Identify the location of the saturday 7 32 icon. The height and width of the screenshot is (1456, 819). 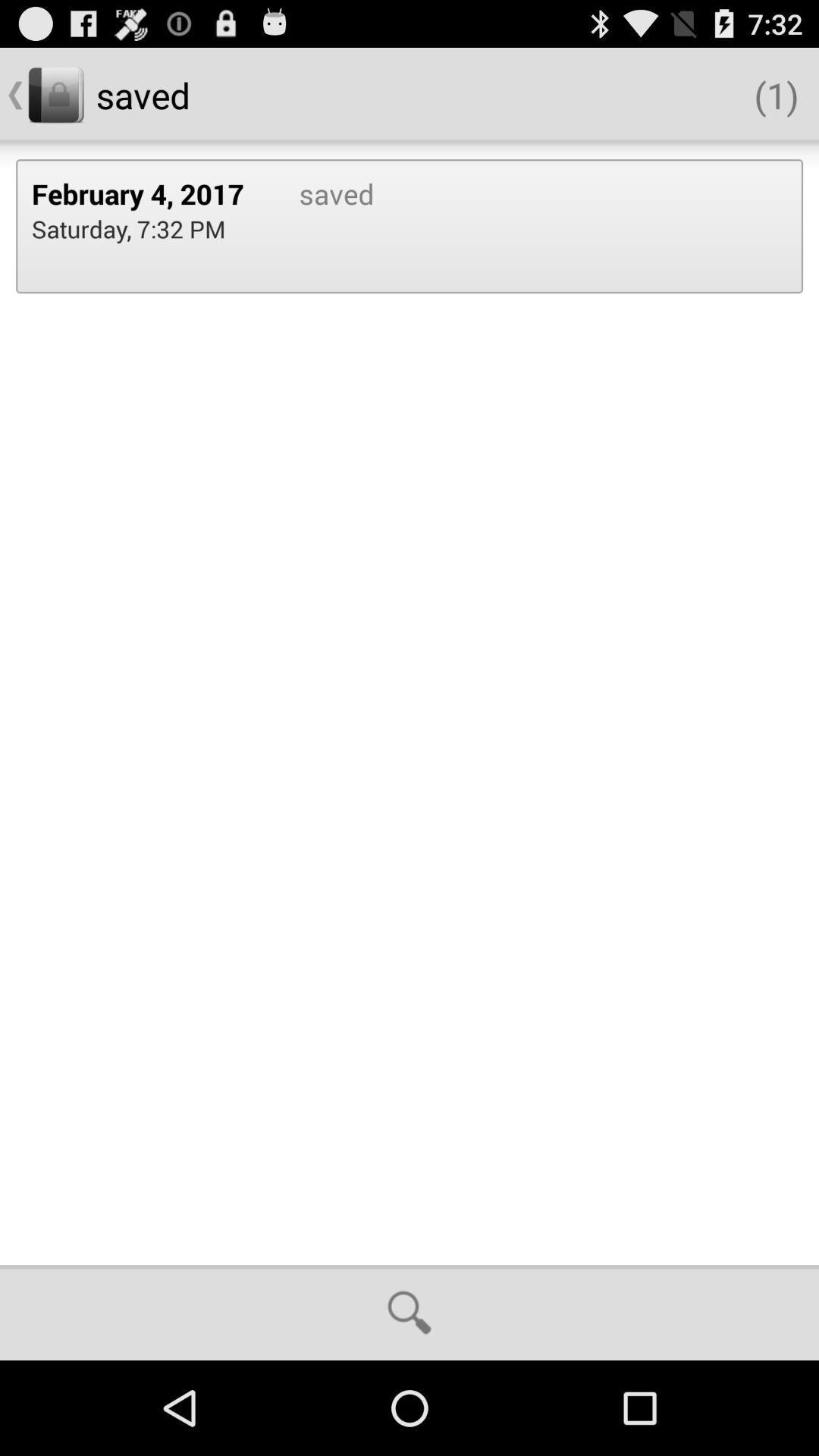
(127, 227).